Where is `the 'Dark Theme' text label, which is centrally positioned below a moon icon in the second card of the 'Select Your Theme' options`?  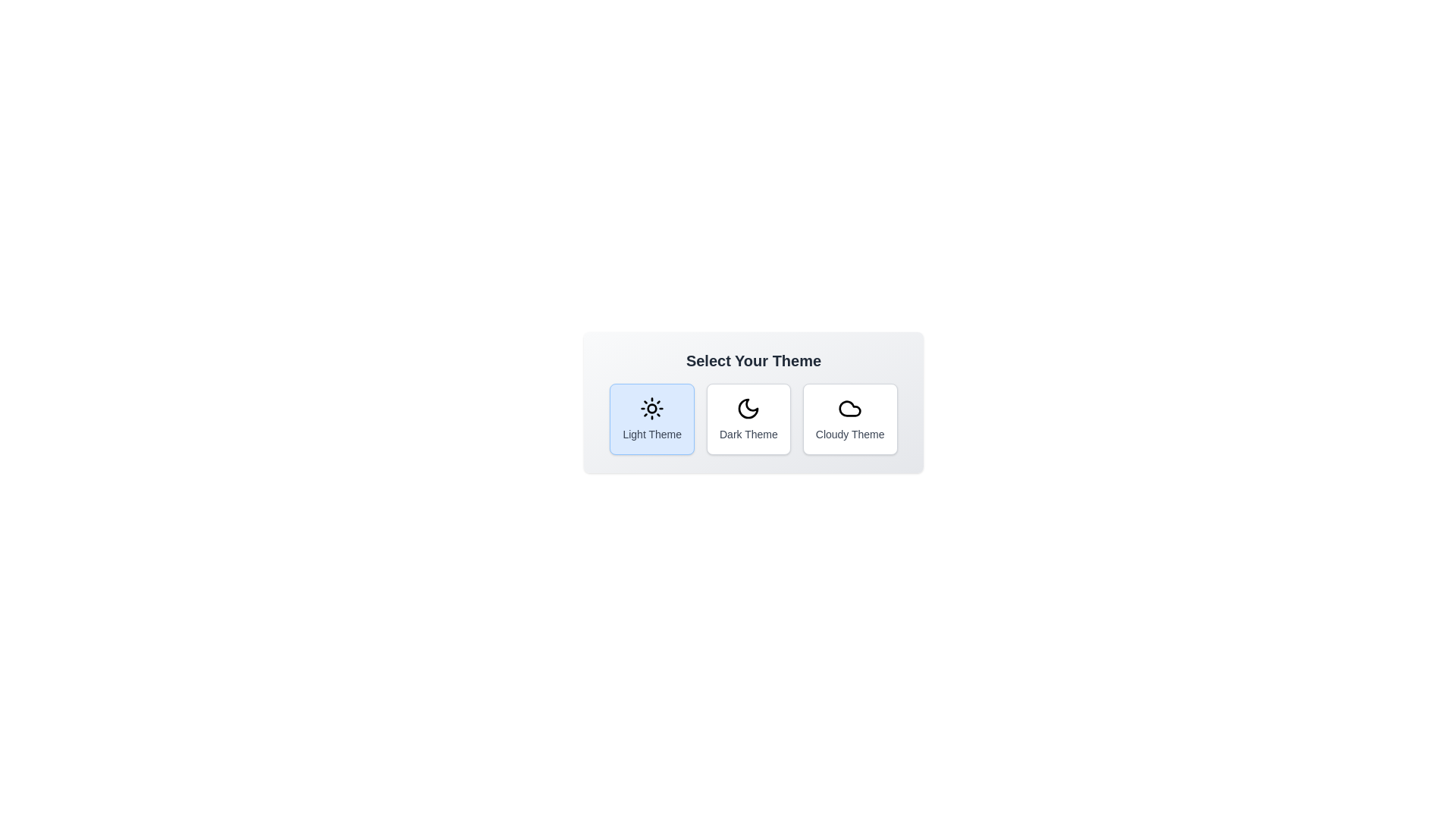
the 'Dark Theme' text label, which is centrally positioned below a moon icon in the second card of the 'Select Your Theme' options is located at coordinates (748, 435).